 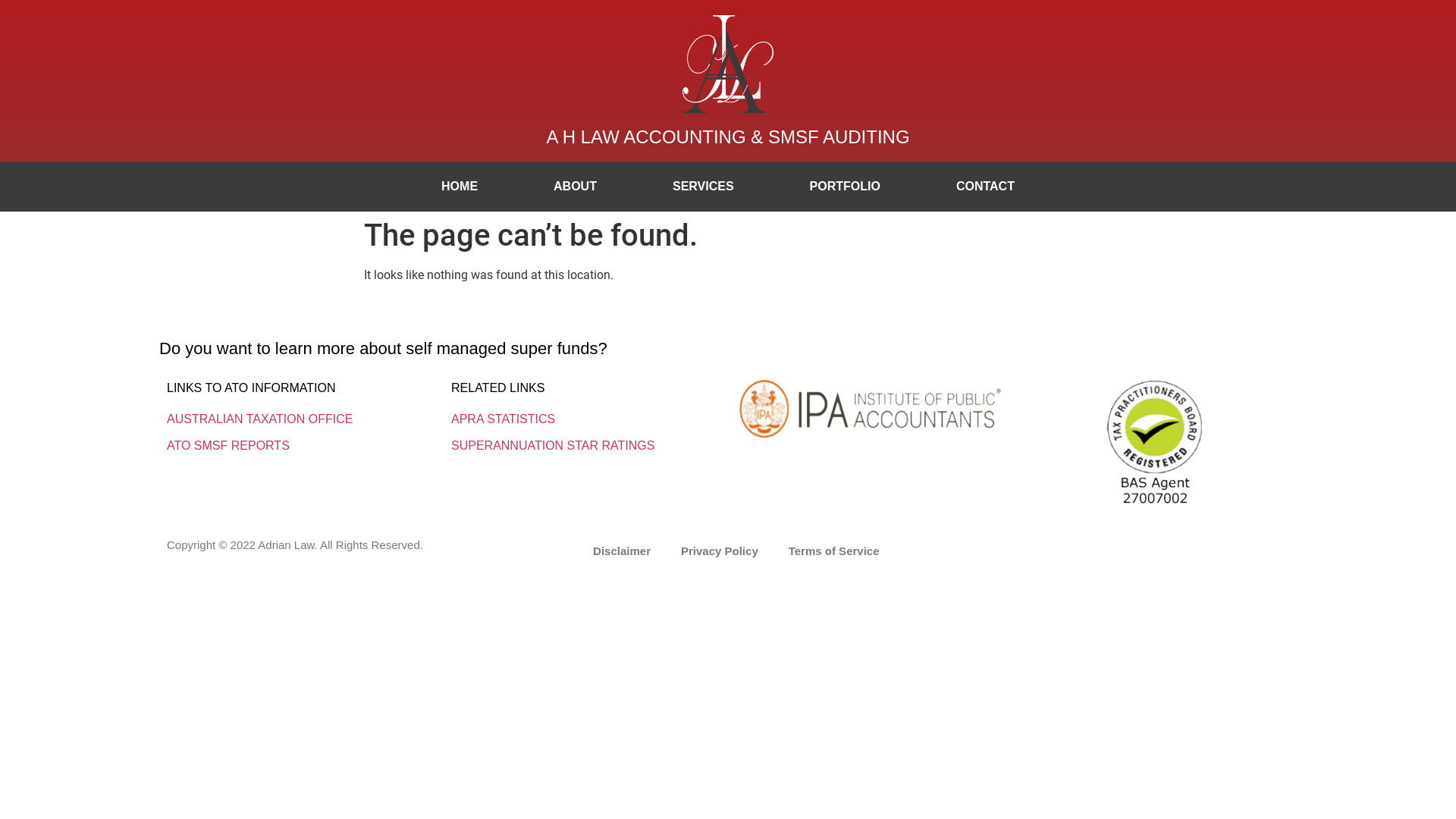 I want to click on 'Terms of Service', so click(x=833, y=551).